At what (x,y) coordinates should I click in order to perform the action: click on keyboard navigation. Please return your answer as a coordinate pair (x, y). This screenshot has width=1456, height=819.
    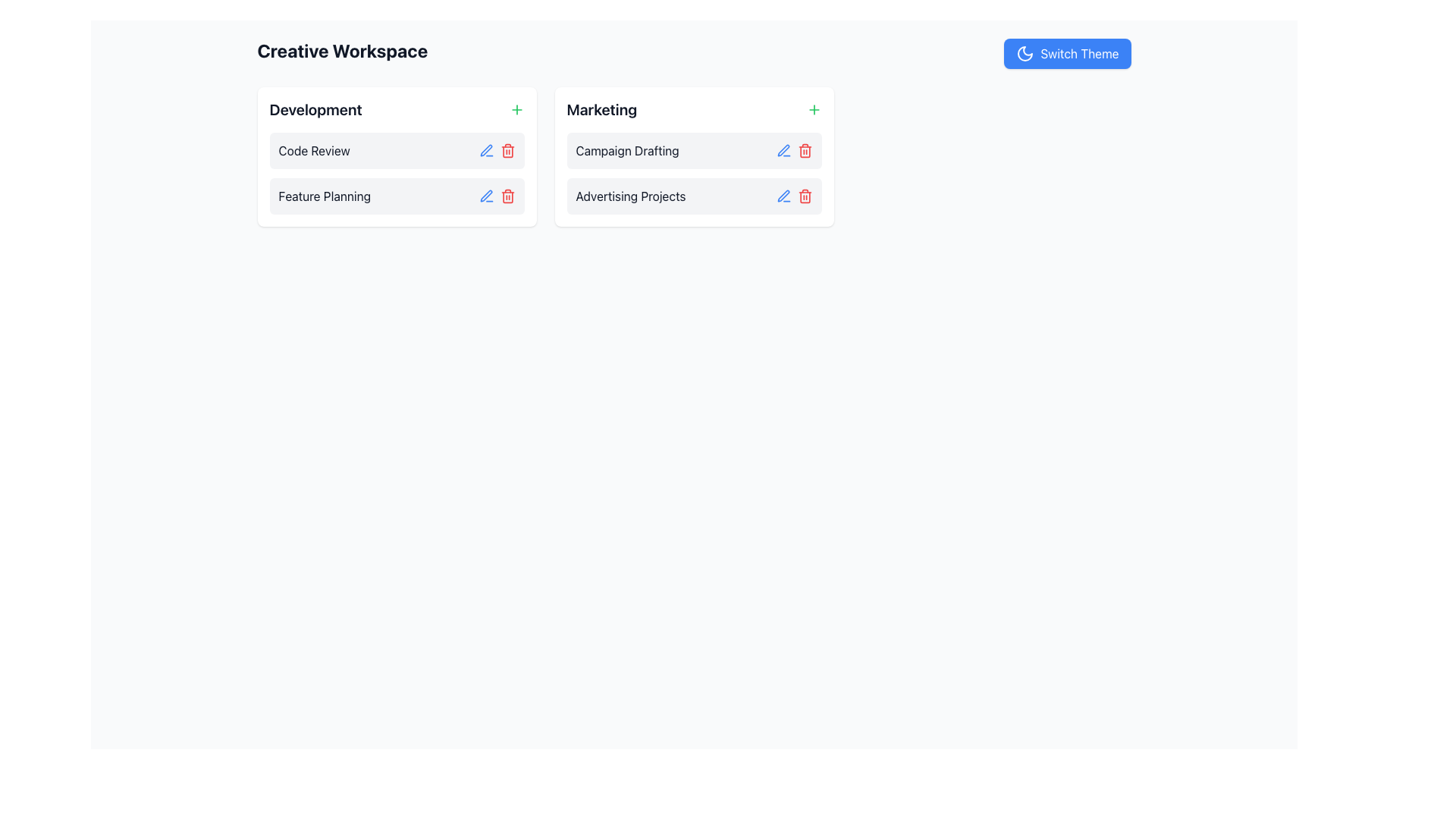
    Looking at the image, I should click on (1066, 52).